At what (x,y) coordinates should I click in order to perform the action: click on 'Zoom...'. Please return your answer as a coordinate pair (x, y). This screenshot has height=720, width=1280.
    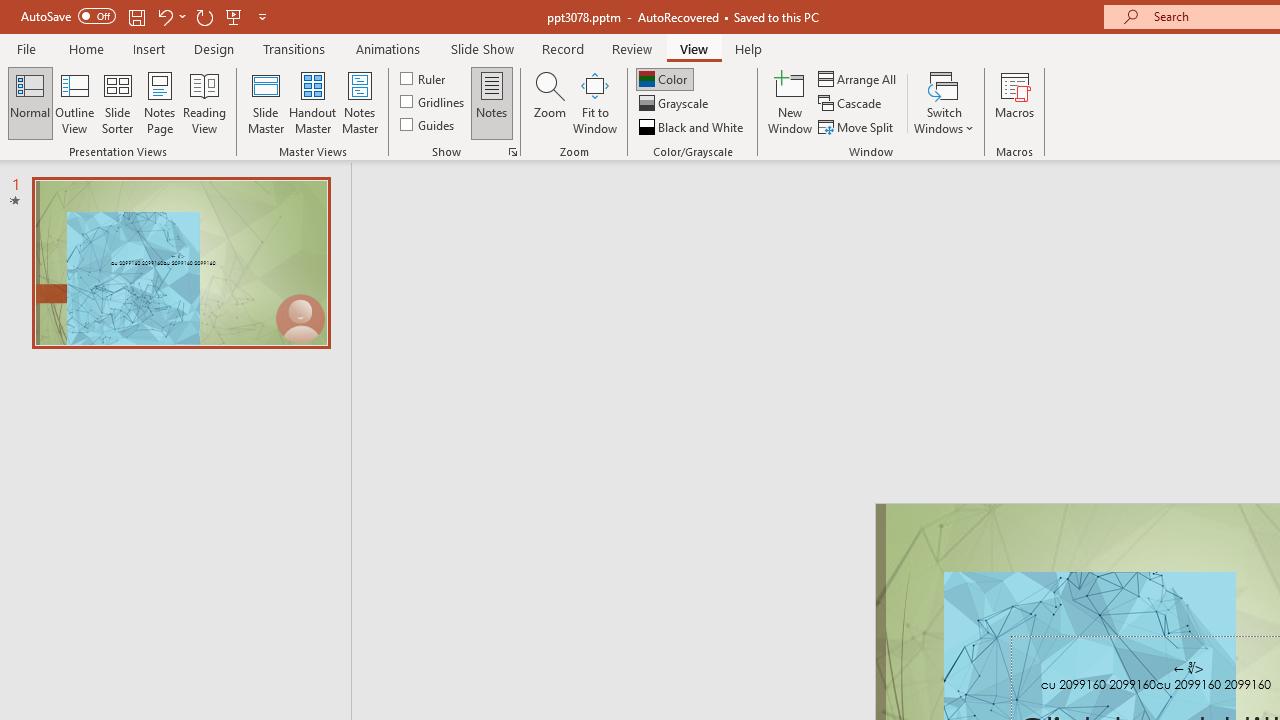
    Looking at the image, I should click on (549, 103).